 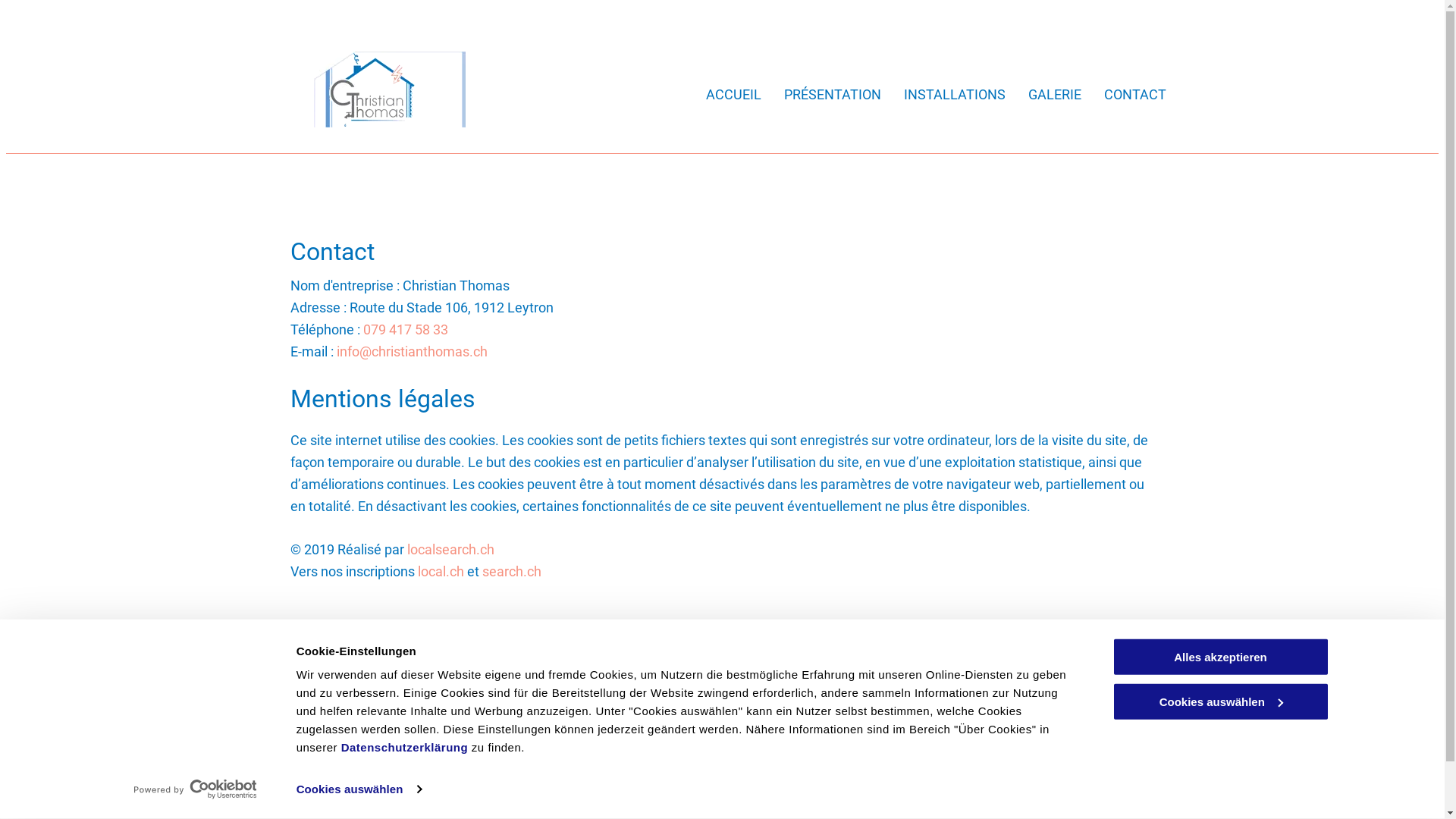 I want to click on '079 417 58 33', so click(x=362, y=328).